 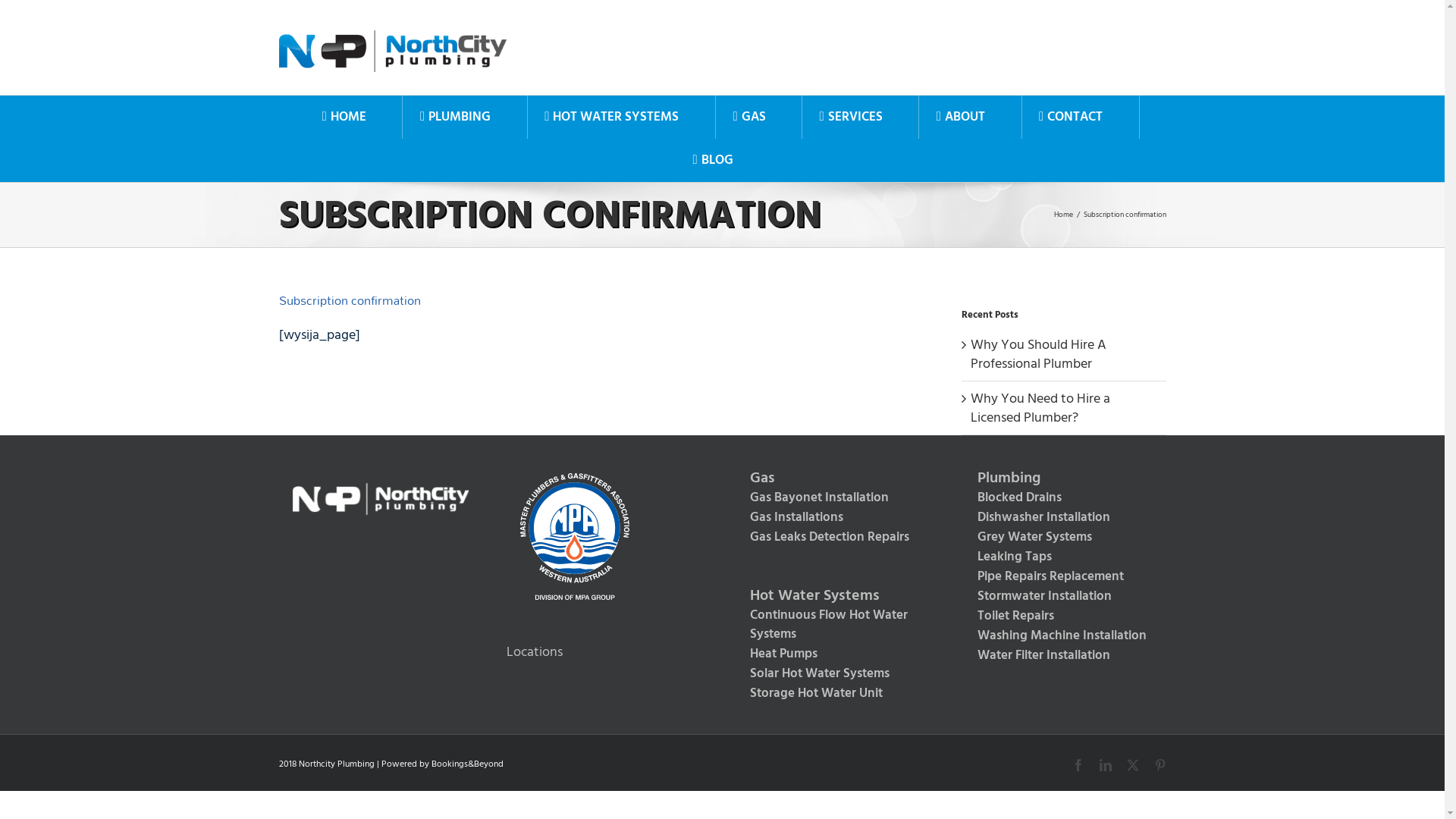 I want to click on 'Pipe Repairs Replacement', so click(x=1062, y=576).